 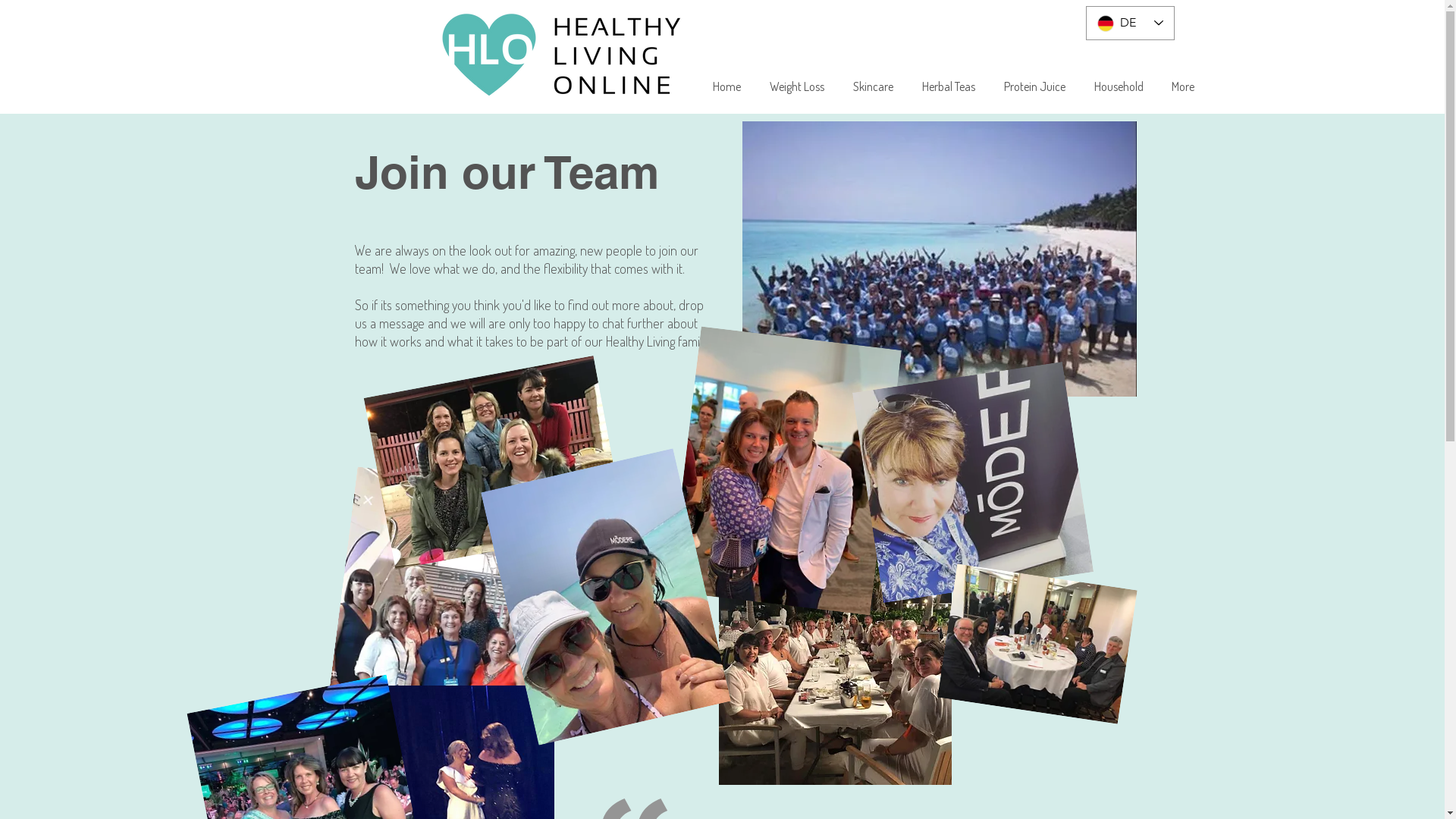 I want to click on 'Herbal Teas', so click(x=948, y=86).